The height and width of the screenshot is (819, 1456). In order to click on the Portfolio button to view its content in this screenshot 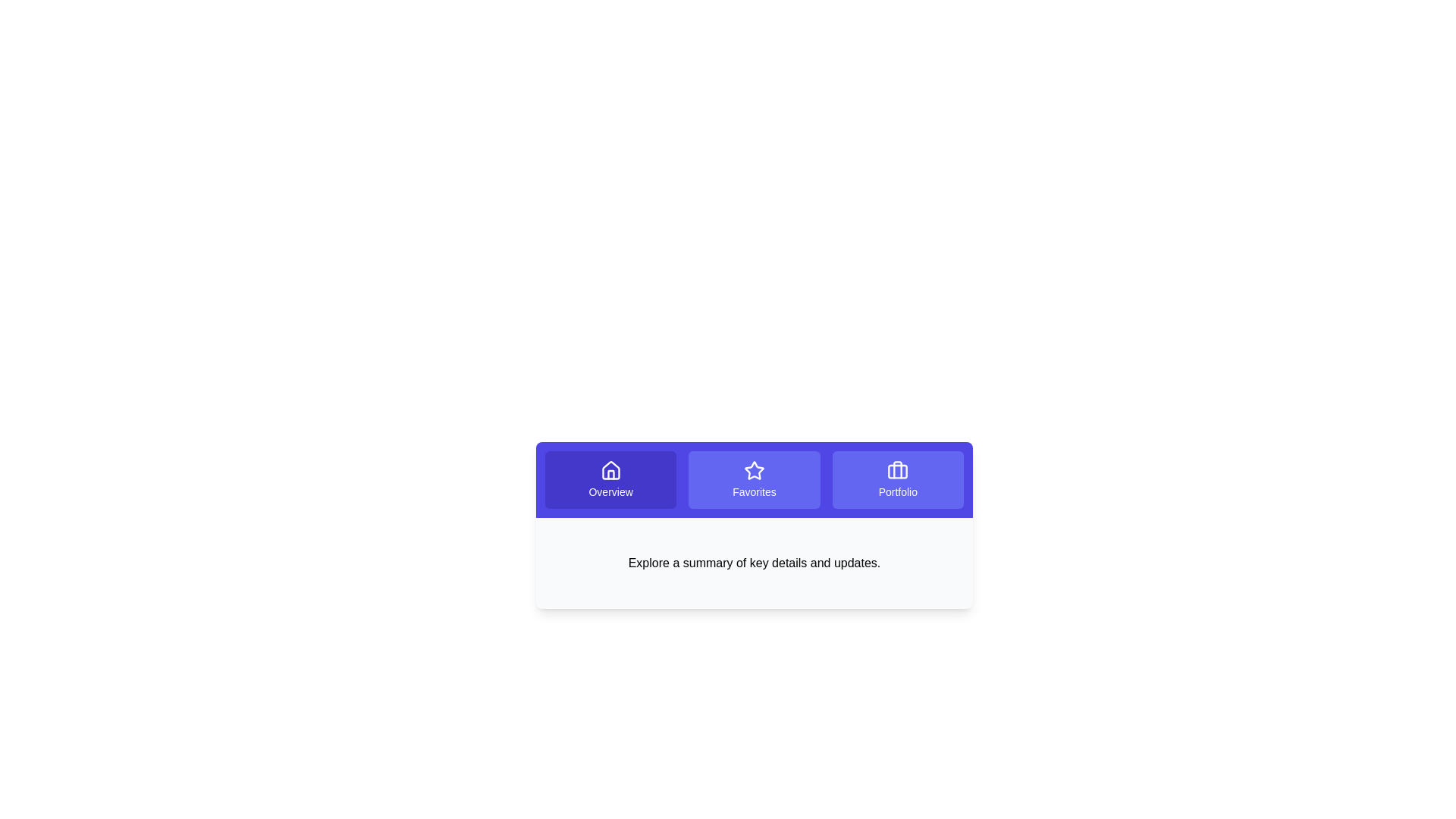, I will do `click(898, 479)`.